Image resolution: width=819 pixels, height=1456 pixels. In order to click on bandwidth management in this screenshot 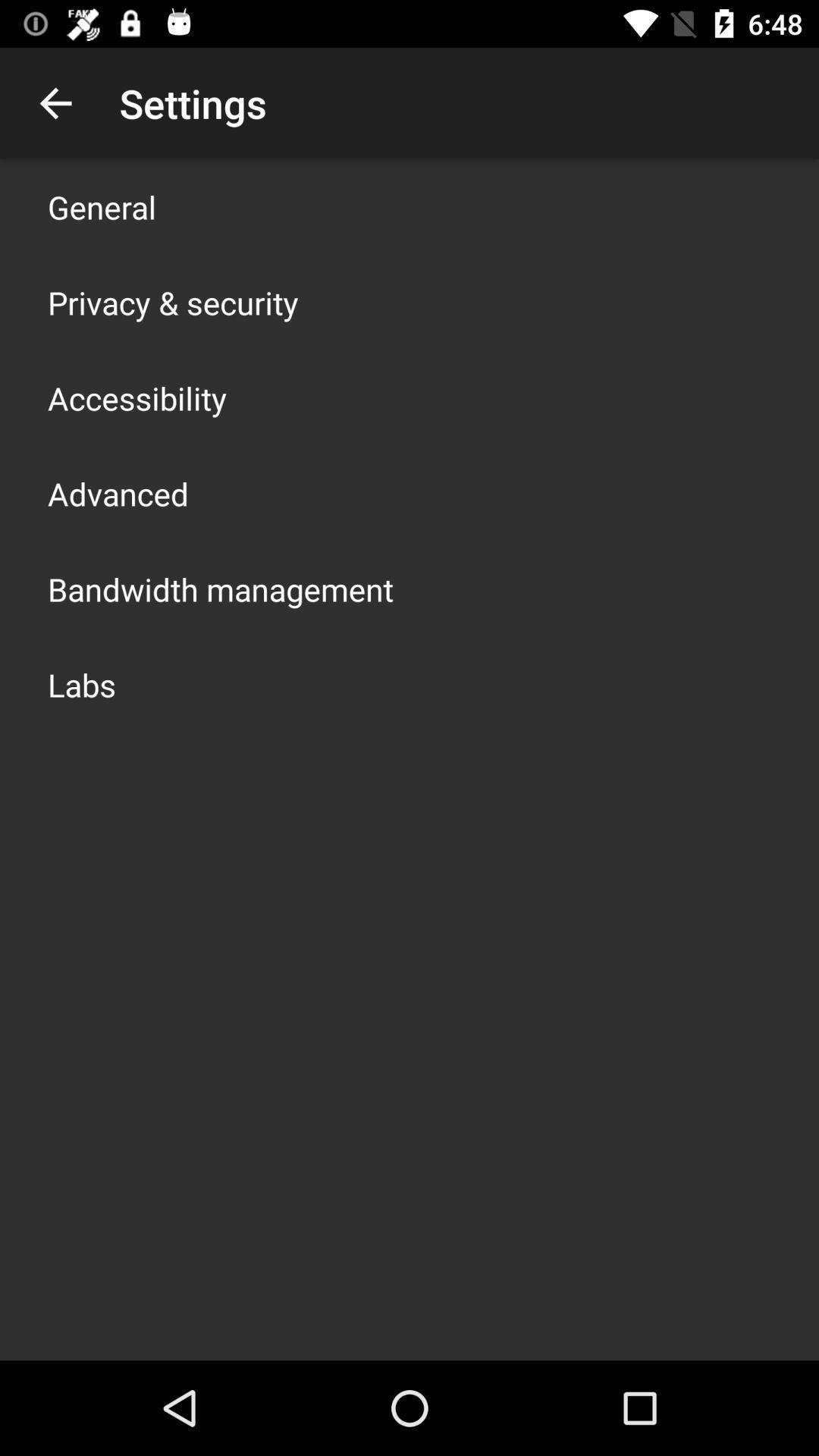, I will do `click(220, 588)`.